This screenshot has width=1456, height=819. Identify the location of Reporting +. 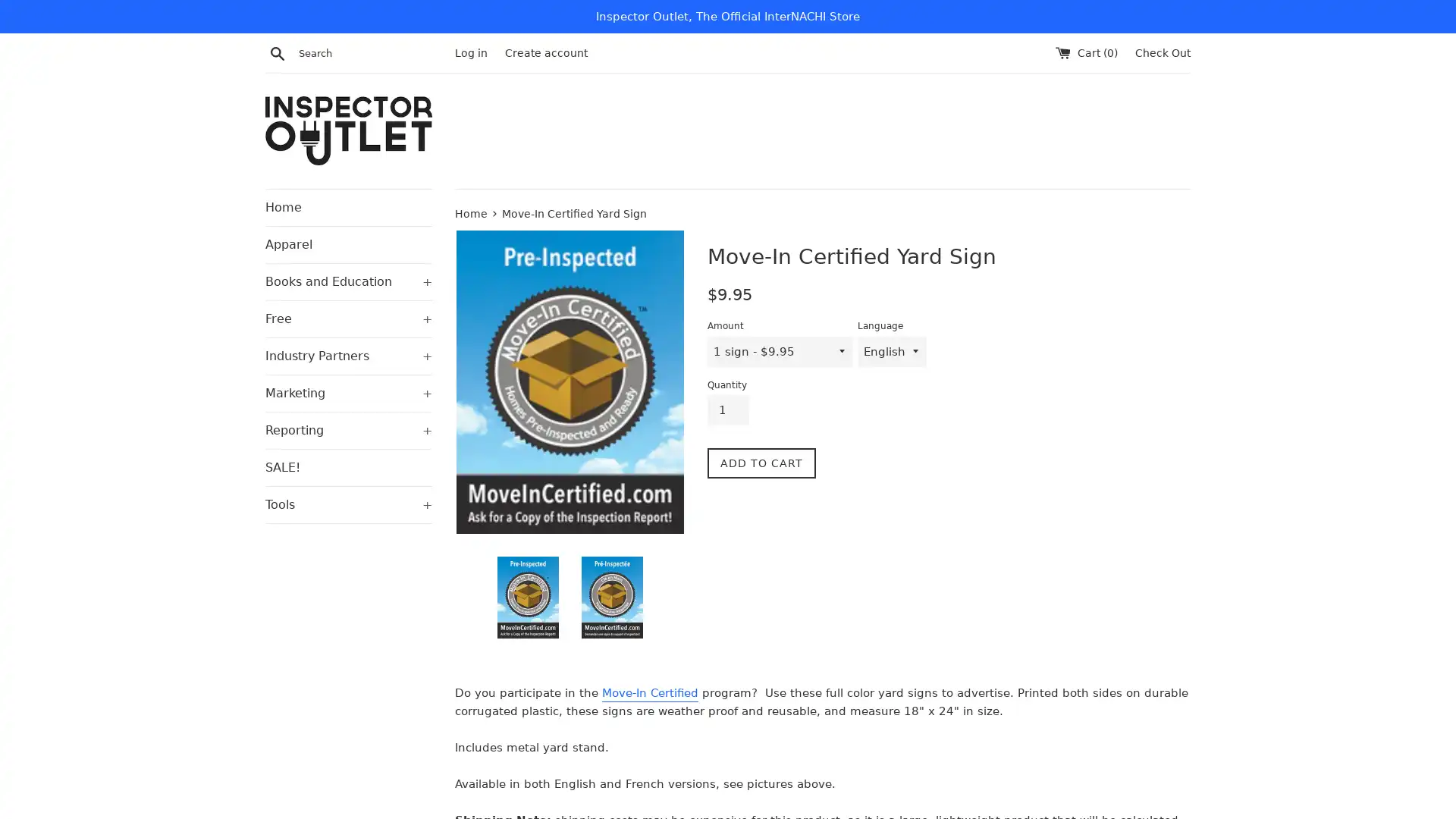
(348, 430).